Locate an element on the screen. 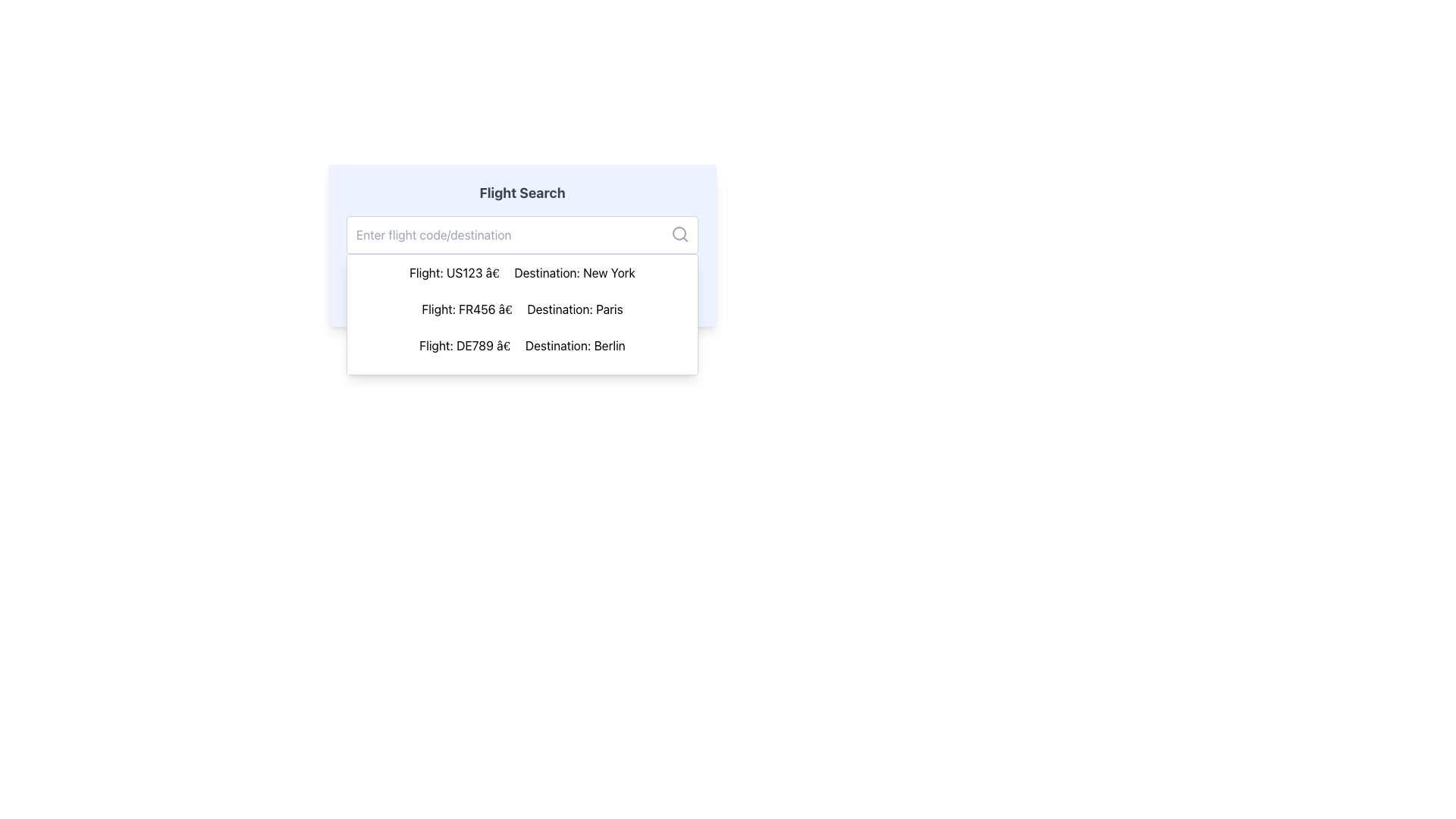 The width and height of the screenshot is (1456, 819). the third list item displaying 'Flight: DE789 - Destination: Berlin' is located at coordinates (522, 345).